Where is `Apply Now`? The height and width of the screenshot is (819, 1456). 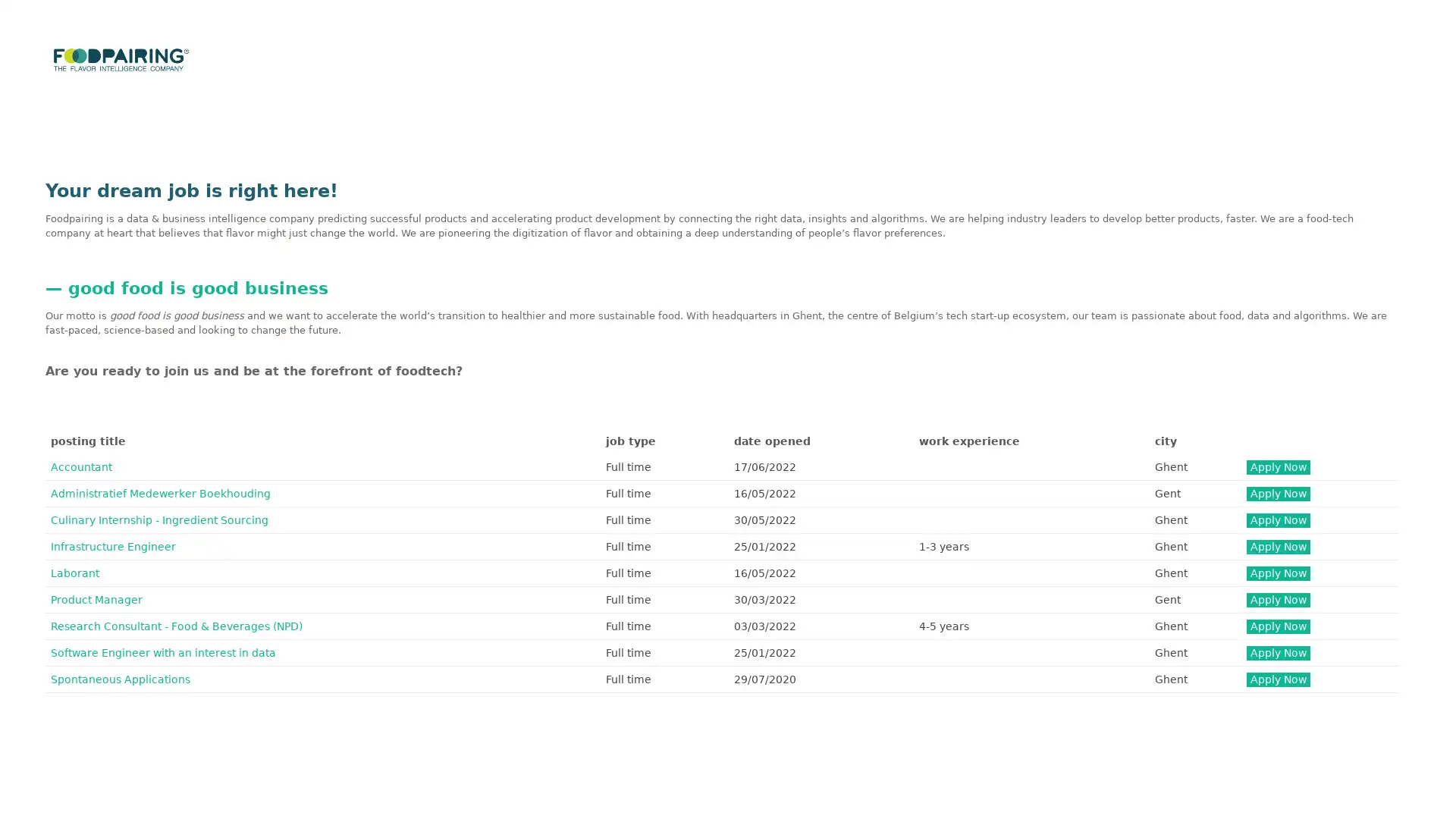 Apply Now is located at coordinates (1276, 677).